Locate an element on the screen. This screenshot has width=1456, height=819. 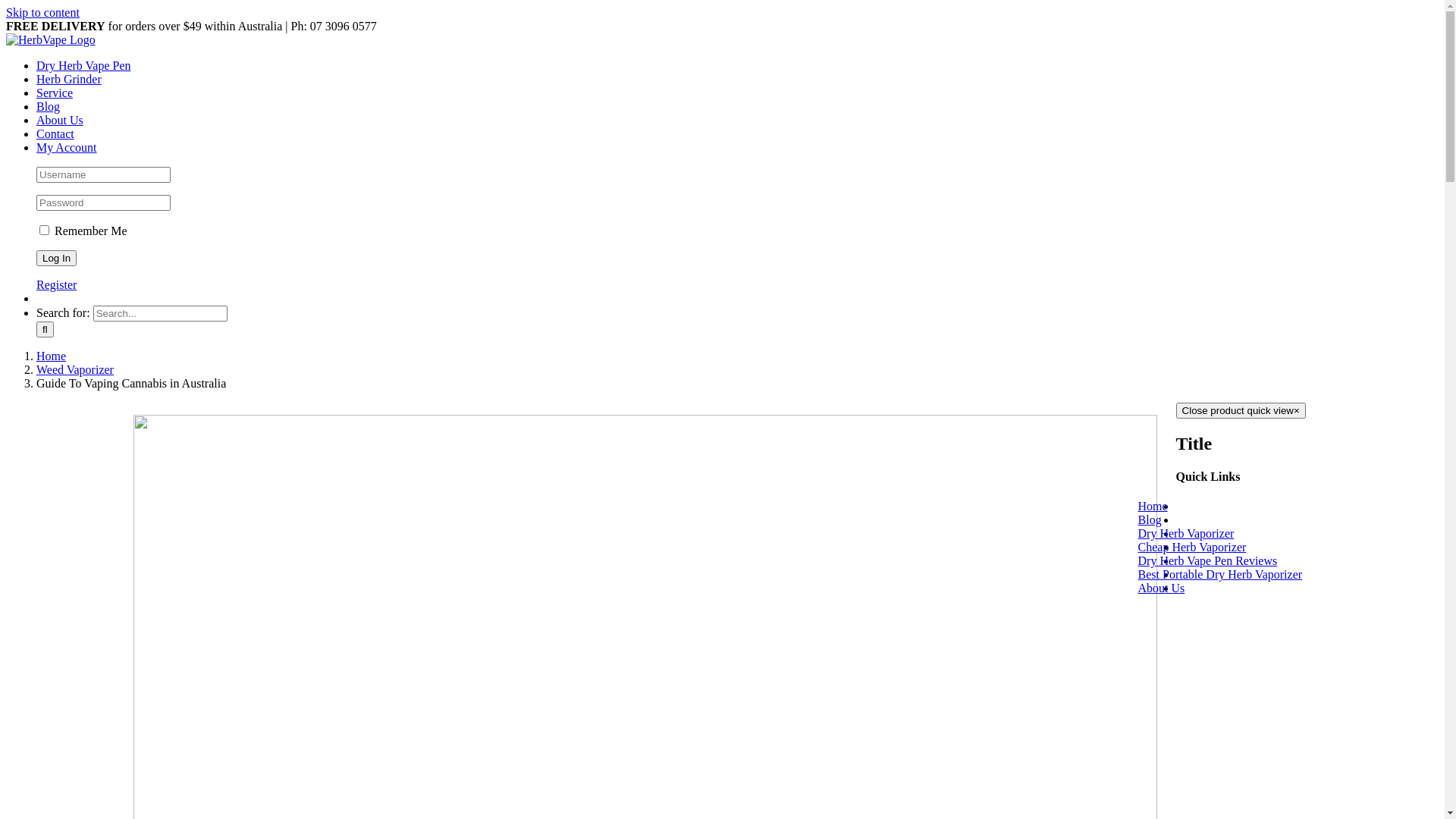
'Register' is located at coordinates (56, 284).